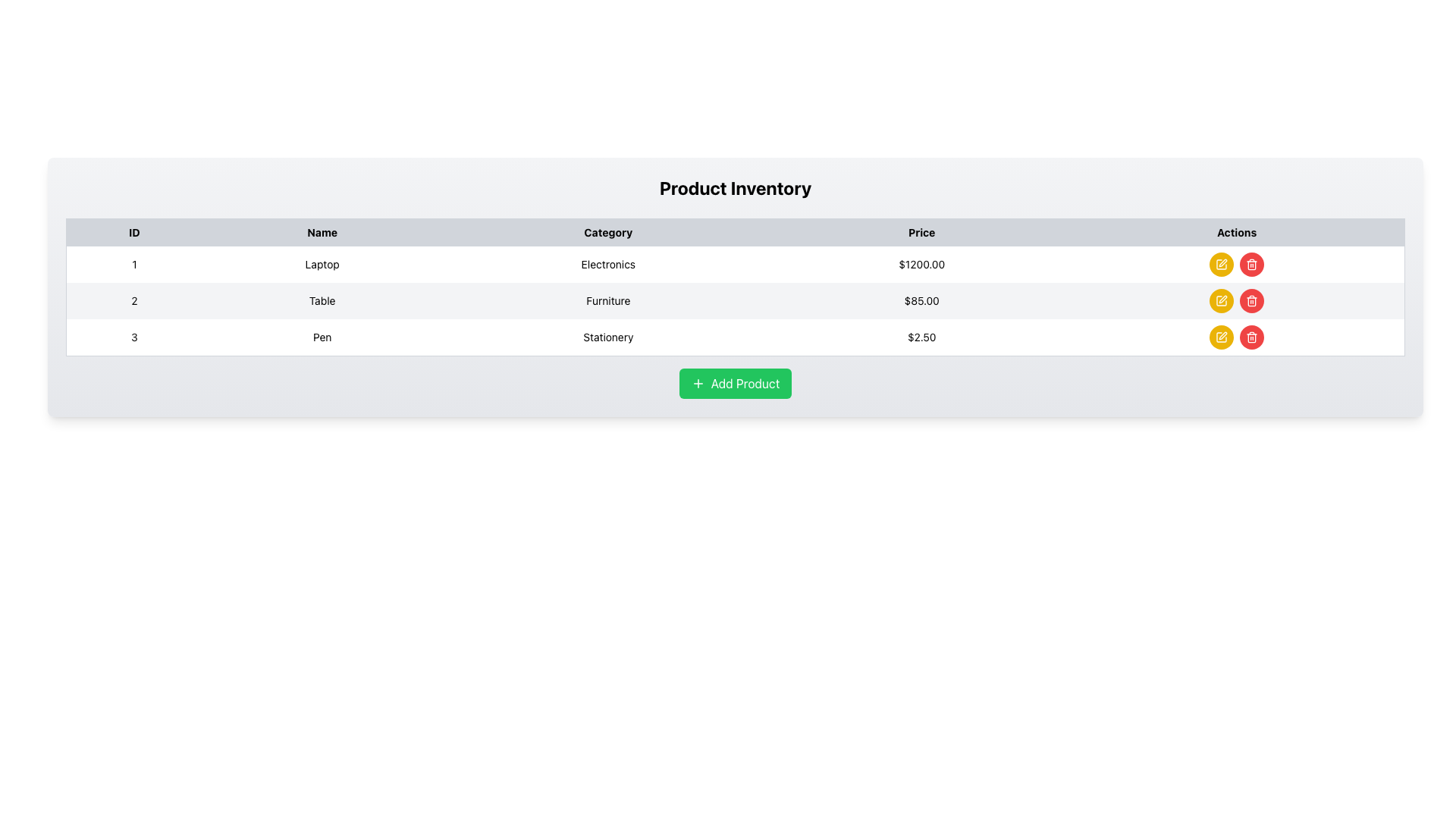 The height and width of the screenshot is (819, 1456). What do you see at coordinates (1252, 301) in the screenshot?
I see `the delete button in the second row of the data table, which is the second button in the rightmost 'Actions' column next to the yellow edit button` at bounding box center [1252, 301].